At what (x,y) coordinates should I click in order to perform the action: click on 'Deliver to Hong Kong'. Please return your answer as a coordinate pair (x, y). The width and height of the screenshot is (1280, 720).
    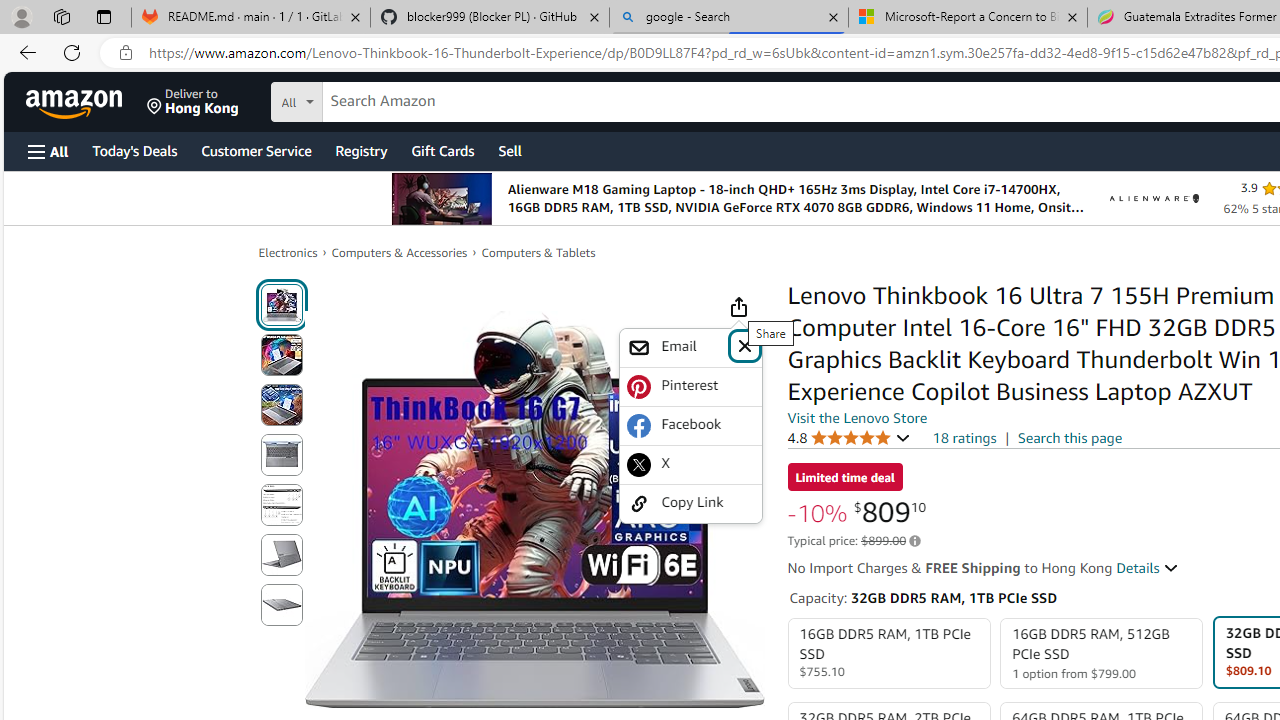
    Looking at the image, I should click on (193, 101).